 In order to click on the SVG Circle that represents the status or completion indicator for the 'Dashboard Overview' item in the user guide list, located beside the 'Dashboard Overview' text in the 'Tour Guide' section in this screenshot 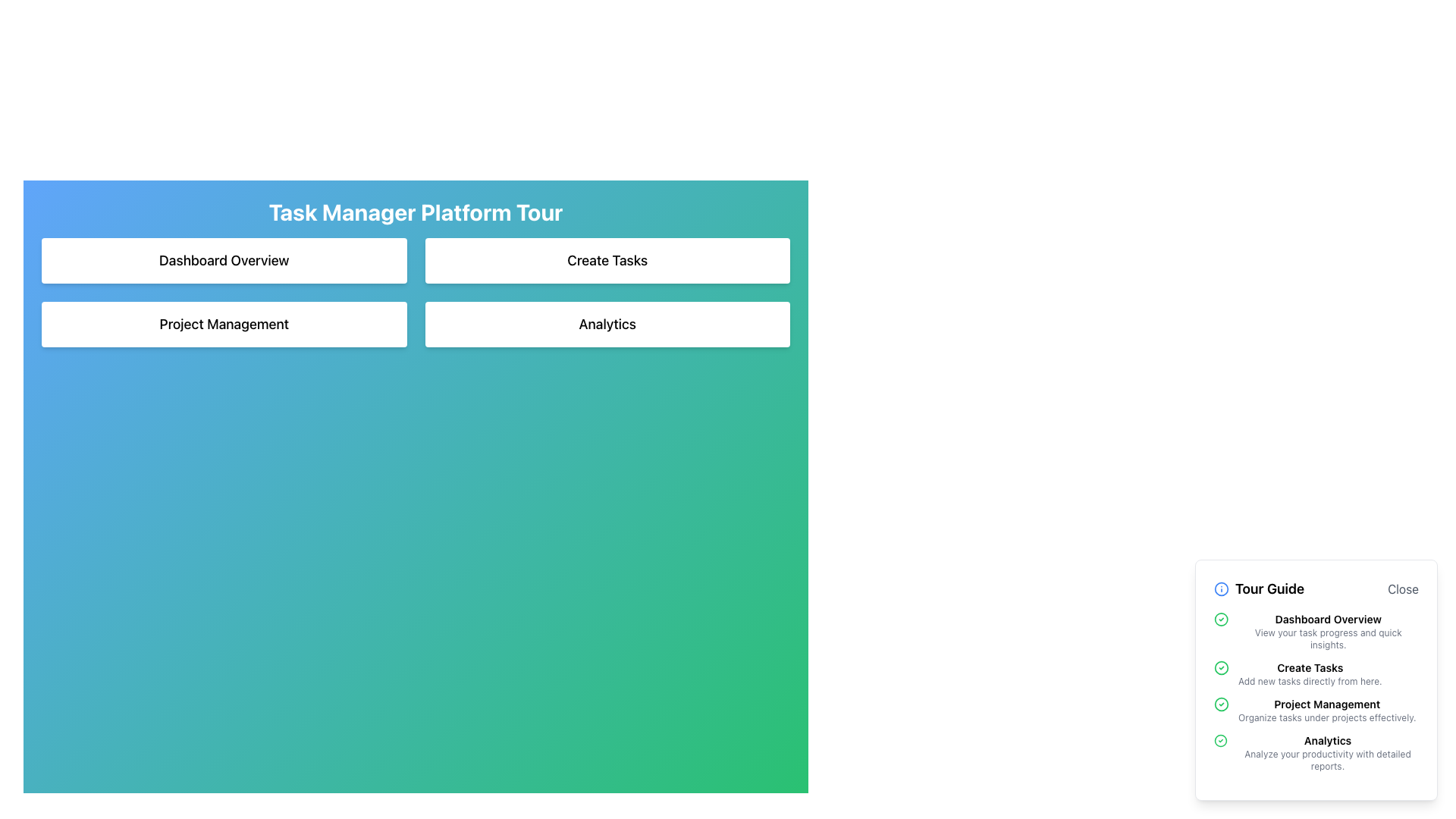, I will do `click(1221, 620)`.